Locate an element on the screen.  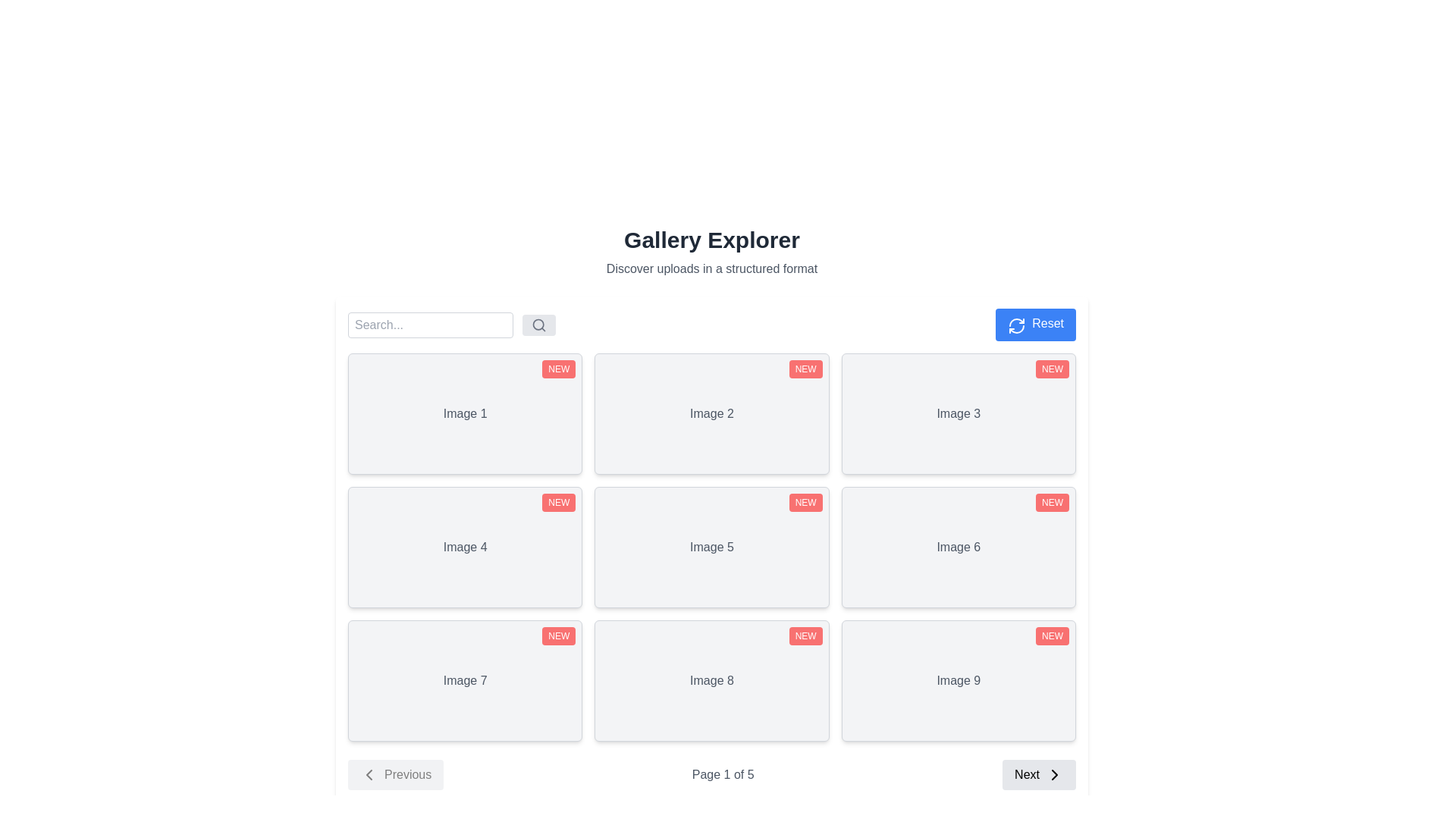
text label 'Image 8' located at the center-bottom of the card in the bottom row, middle column of the grid is located at coordinates (711, 680).